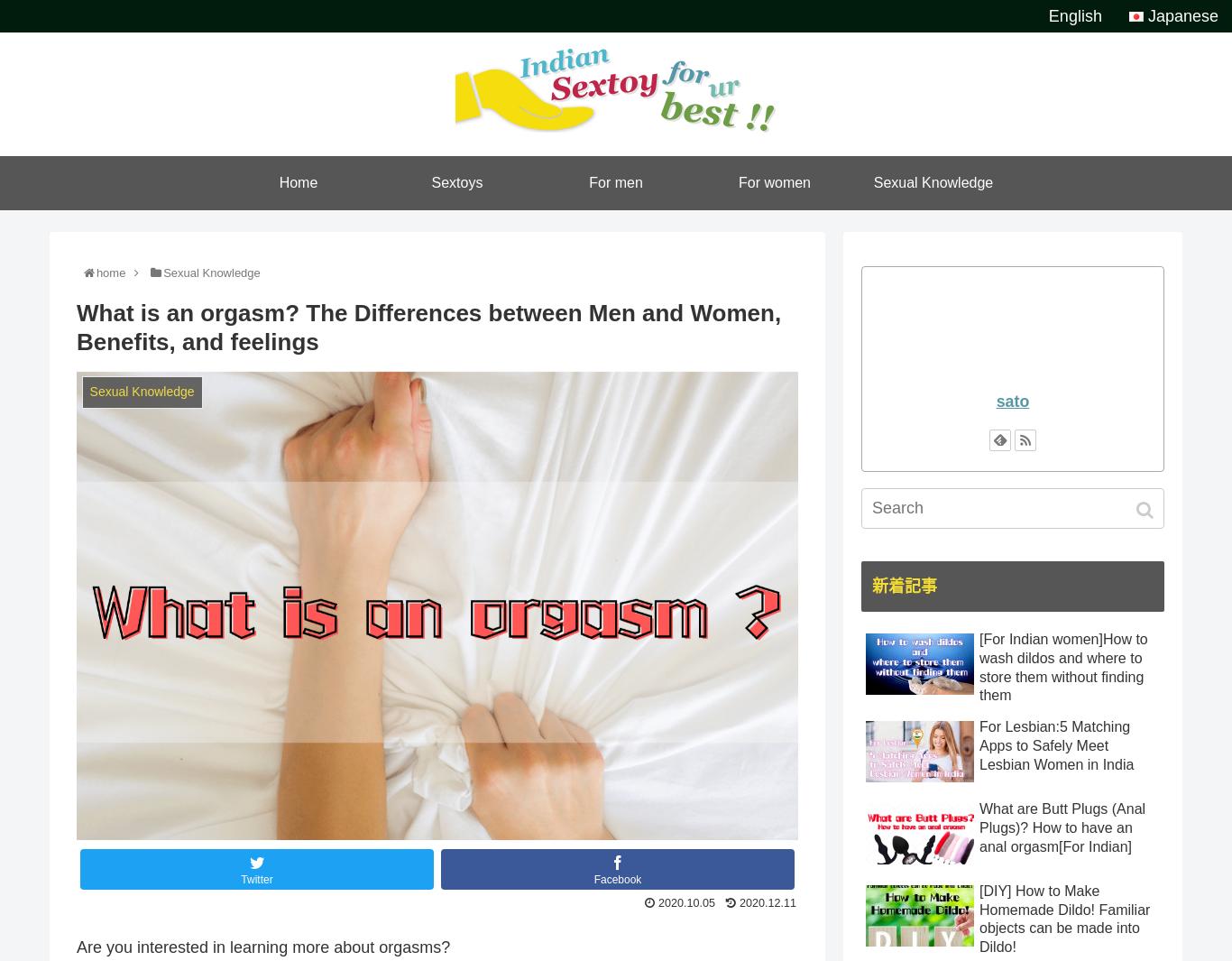 This screenshot has width=1232, height=961. What do you see at coordinates (256, 879) in the screenshot?
I see `'Twitter'` at bounding box center [256, 879].